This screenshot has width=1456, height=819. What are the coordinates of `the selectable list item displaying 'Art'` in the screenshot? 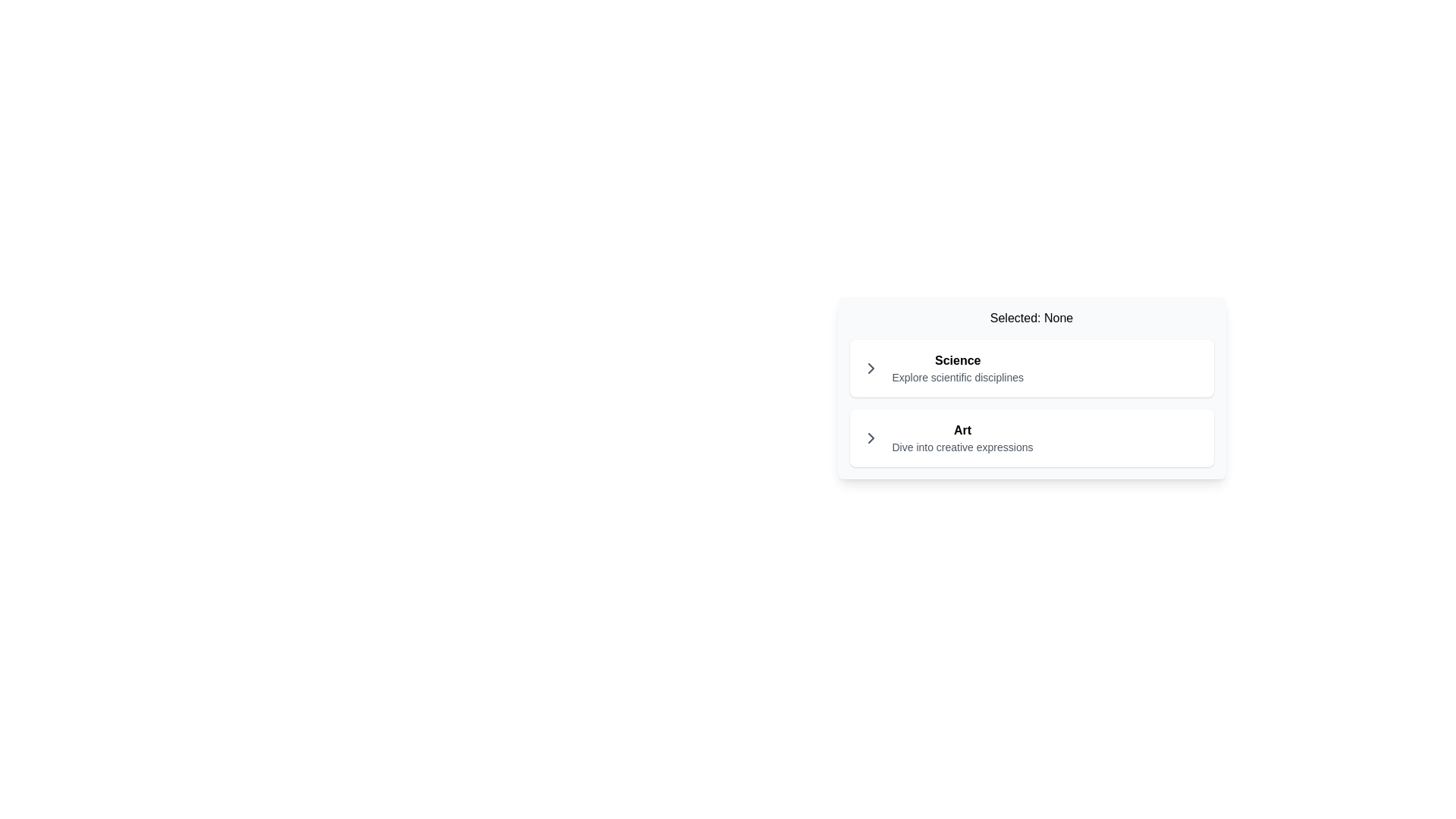 It's located at (962, 438).